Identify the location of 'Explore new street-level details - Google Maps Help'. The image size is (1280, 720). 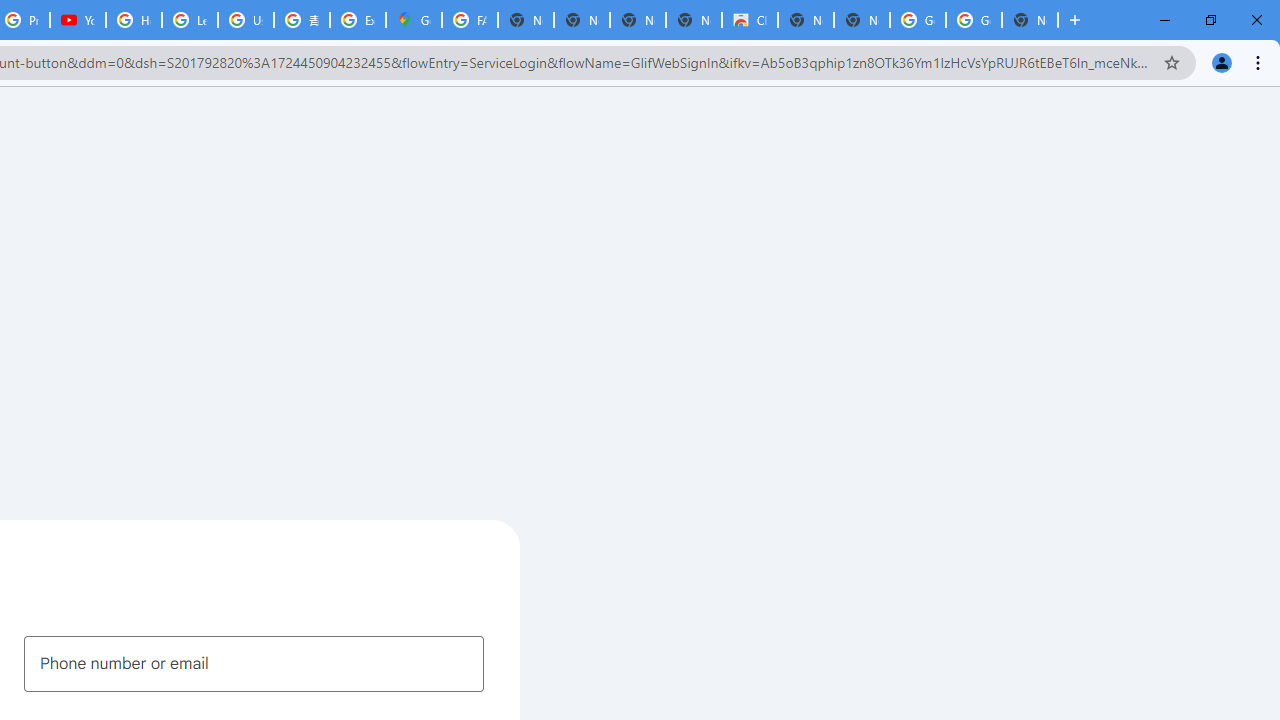
(358, 20).